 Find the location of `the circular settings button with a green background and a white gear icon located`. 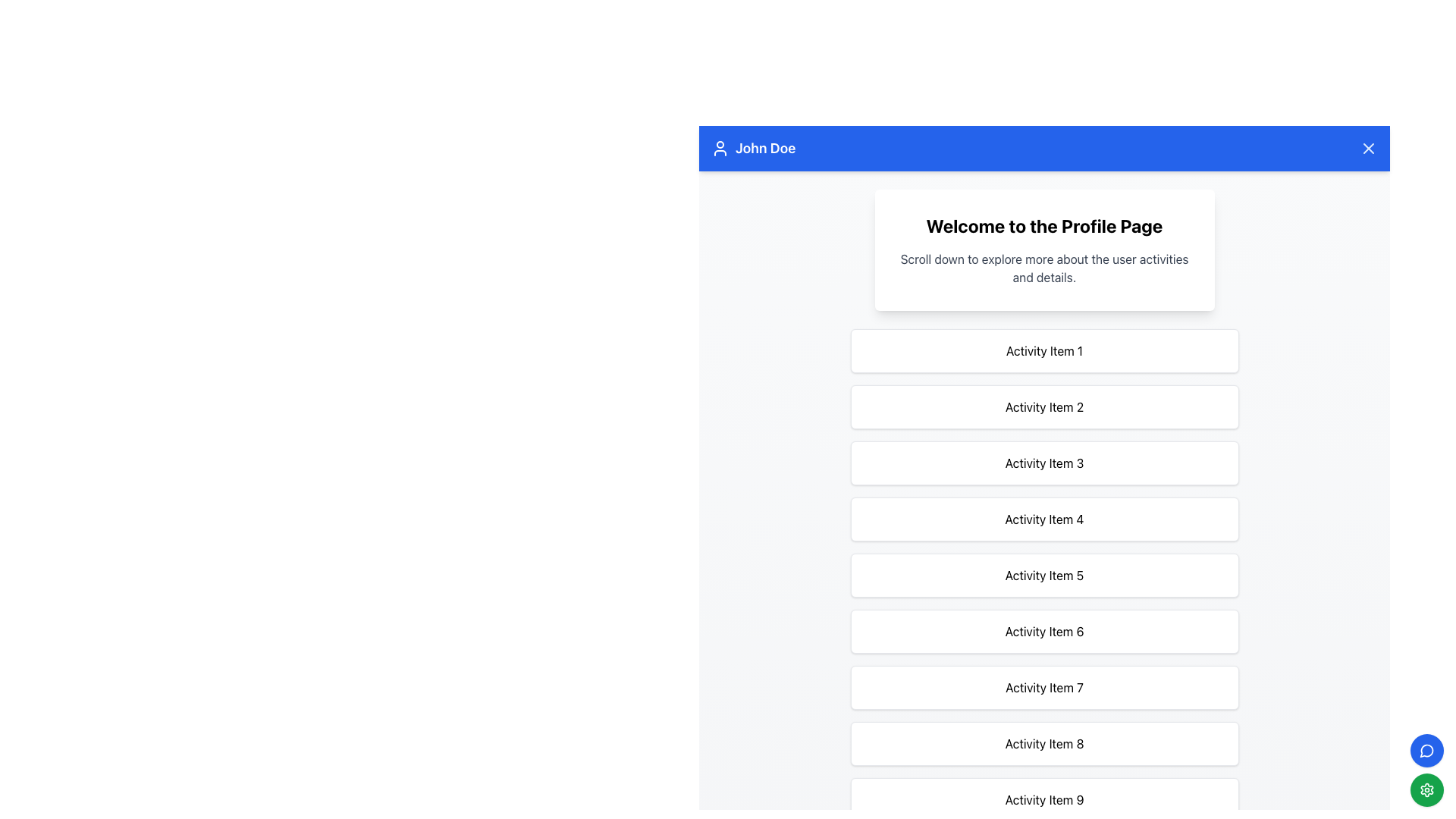

the circular settings button with a green background and a white gear icon located is located at coordinates (1426, 789).